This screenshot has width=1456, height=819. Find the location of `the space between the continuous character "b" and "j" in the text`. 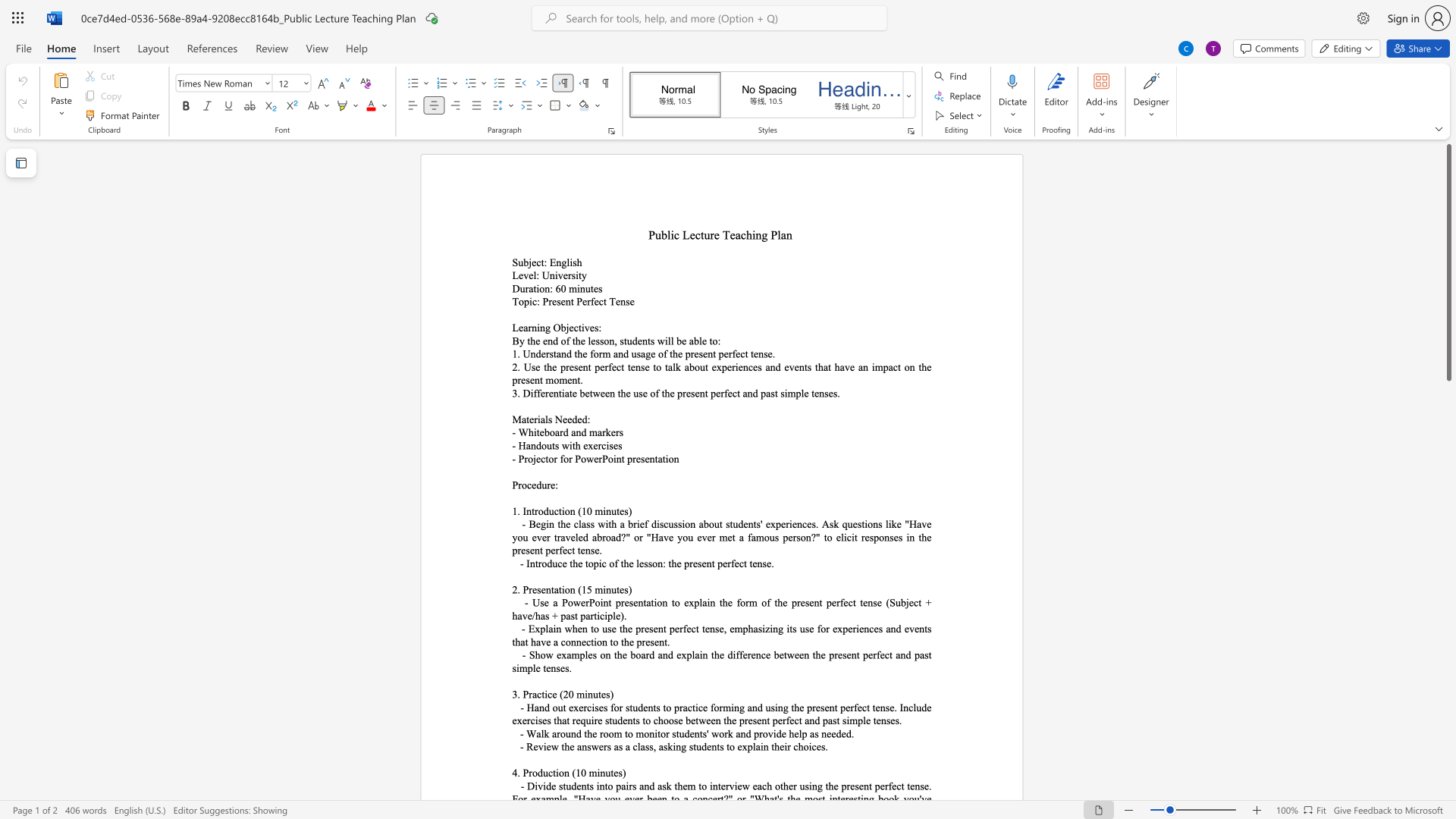

the space between the continuous character "b" and "j" in the text is located at coordinates (528, 262).